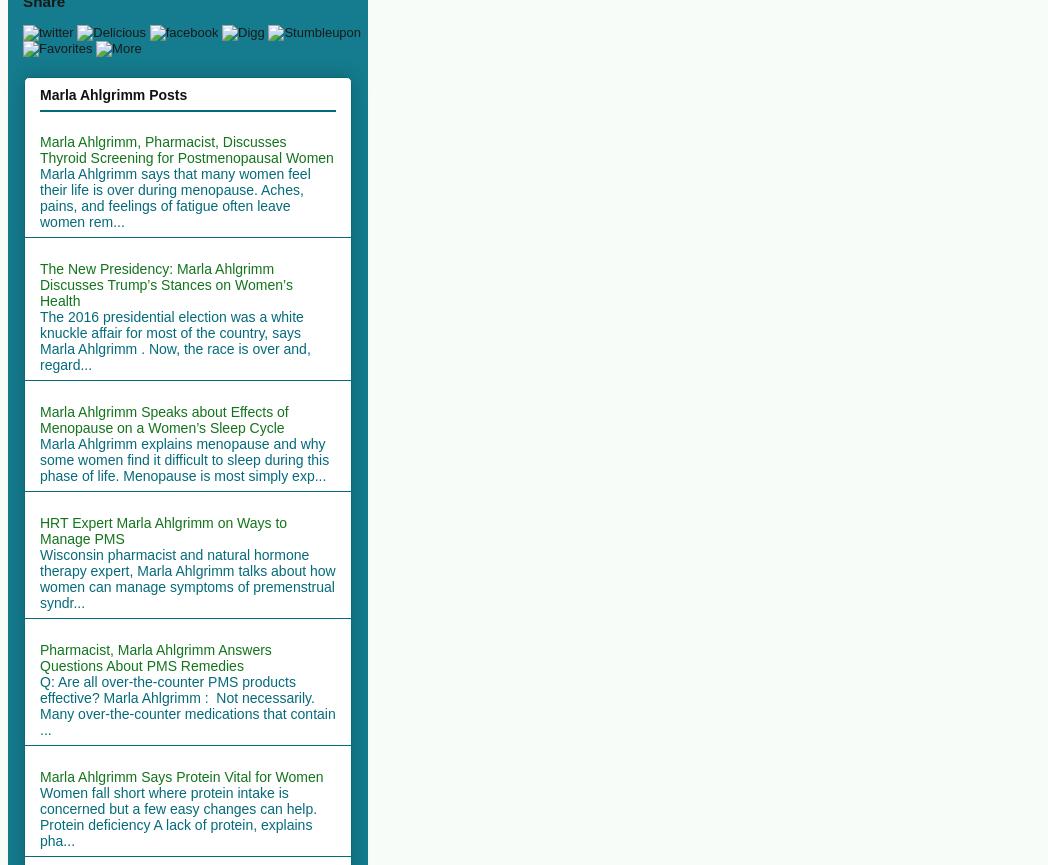 The image size is (1048, 865). I want to click on 'Q: Are all over-the-counter PMS products effective?     Marla Ahlgrimm :  Not necessarily. Many over-the-counter medications that contain ...', so click(186, 704).